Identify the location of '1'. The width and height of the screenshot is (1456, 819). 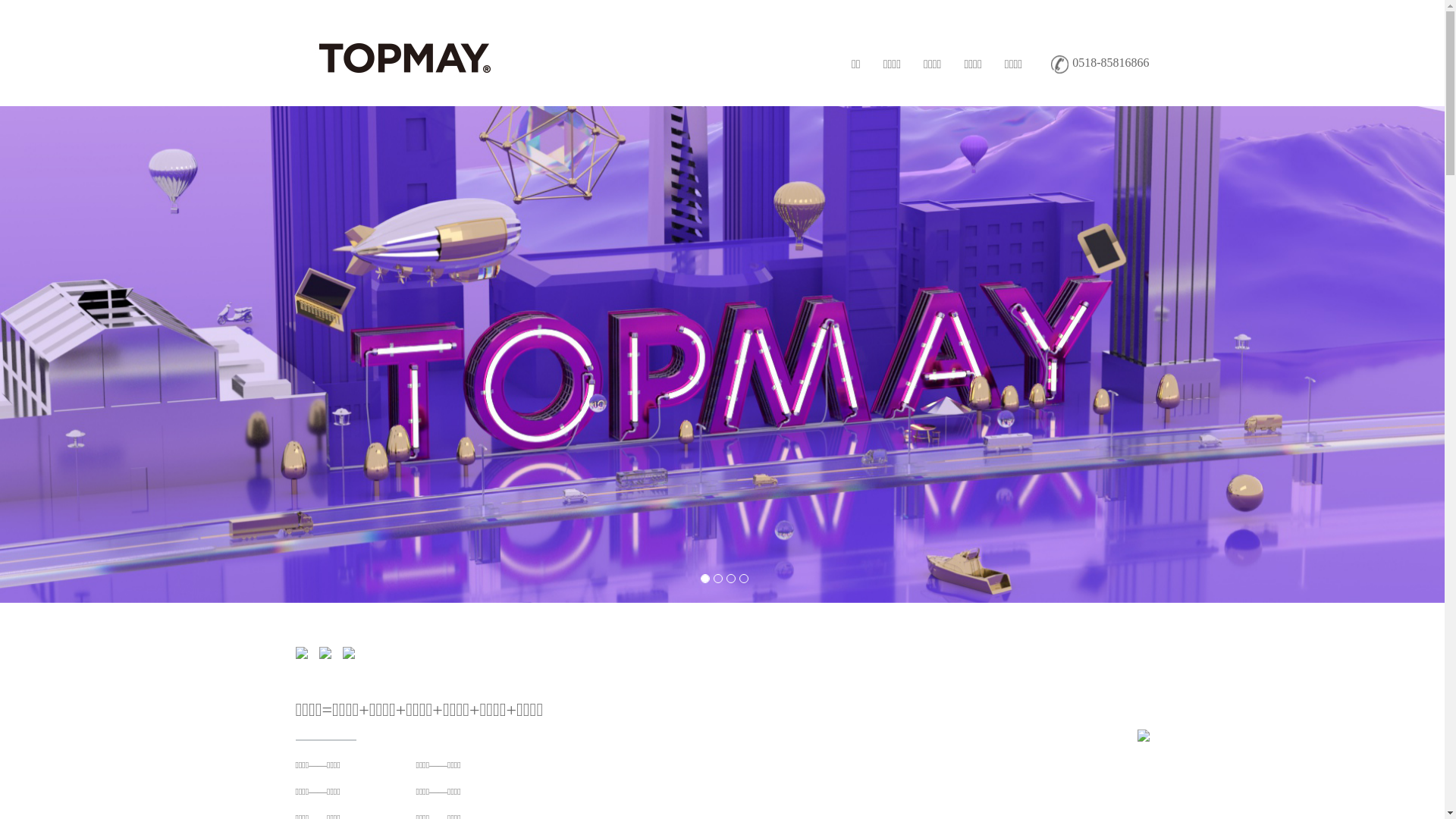
(704, 579).